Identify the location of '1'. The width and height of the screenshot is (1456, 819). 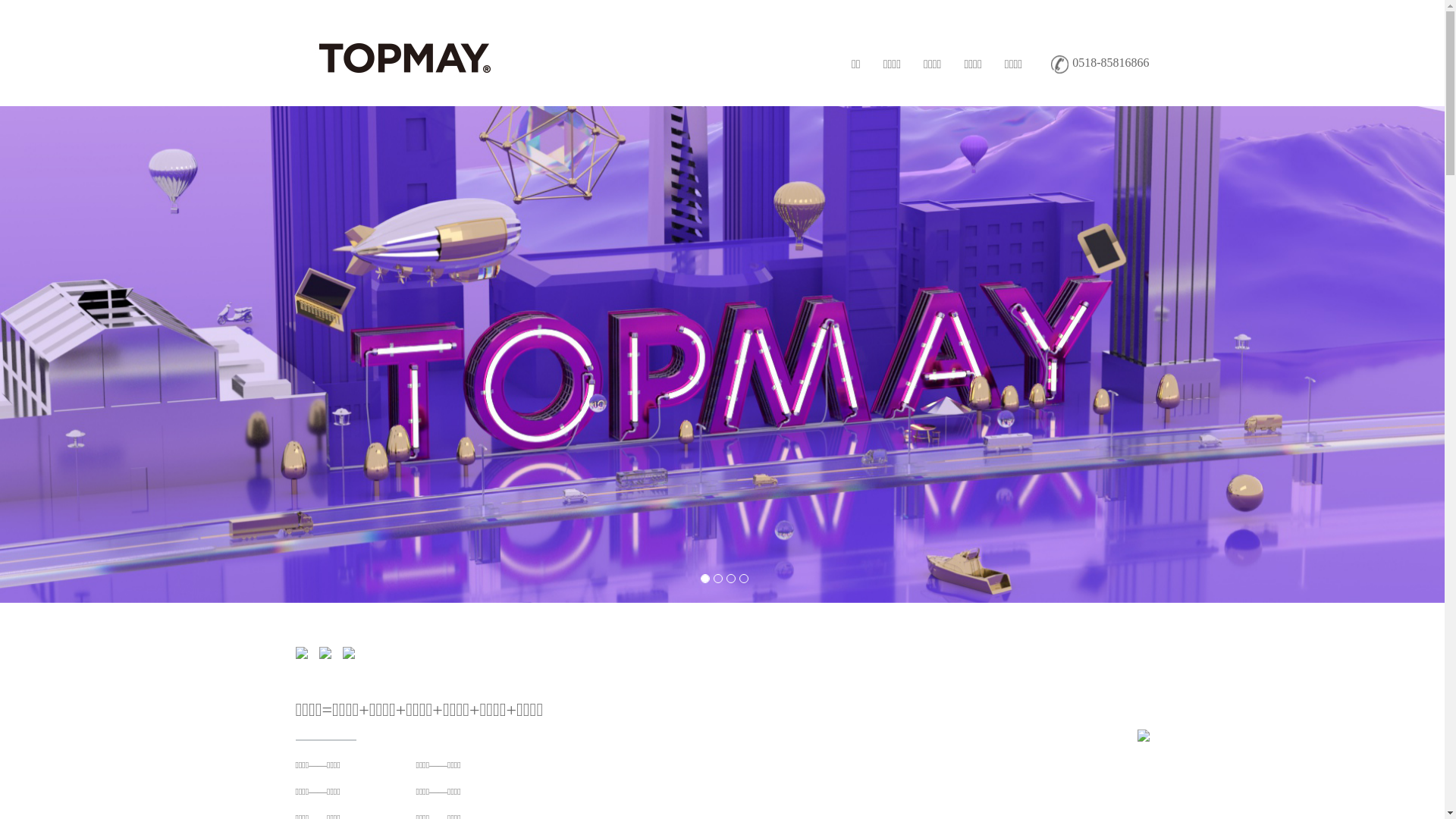
(704, 579).